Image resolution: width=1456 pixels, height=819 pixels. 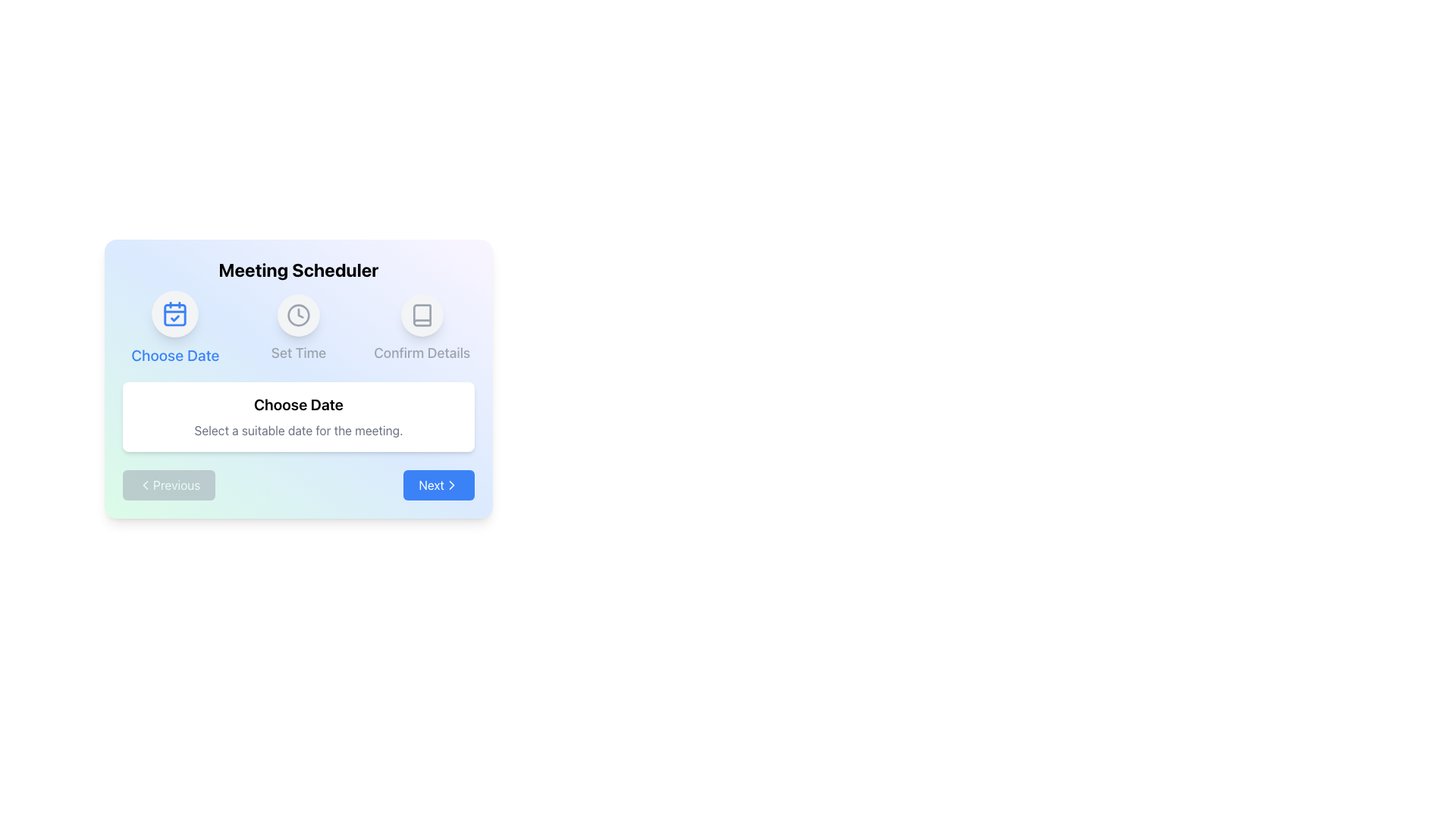 I want to click on the 'Confirm Details' icon with text label, which is a gray book icon on a light-gray circular background located in the 'Meeting Scheduler' section, so click(x=422, y=328).